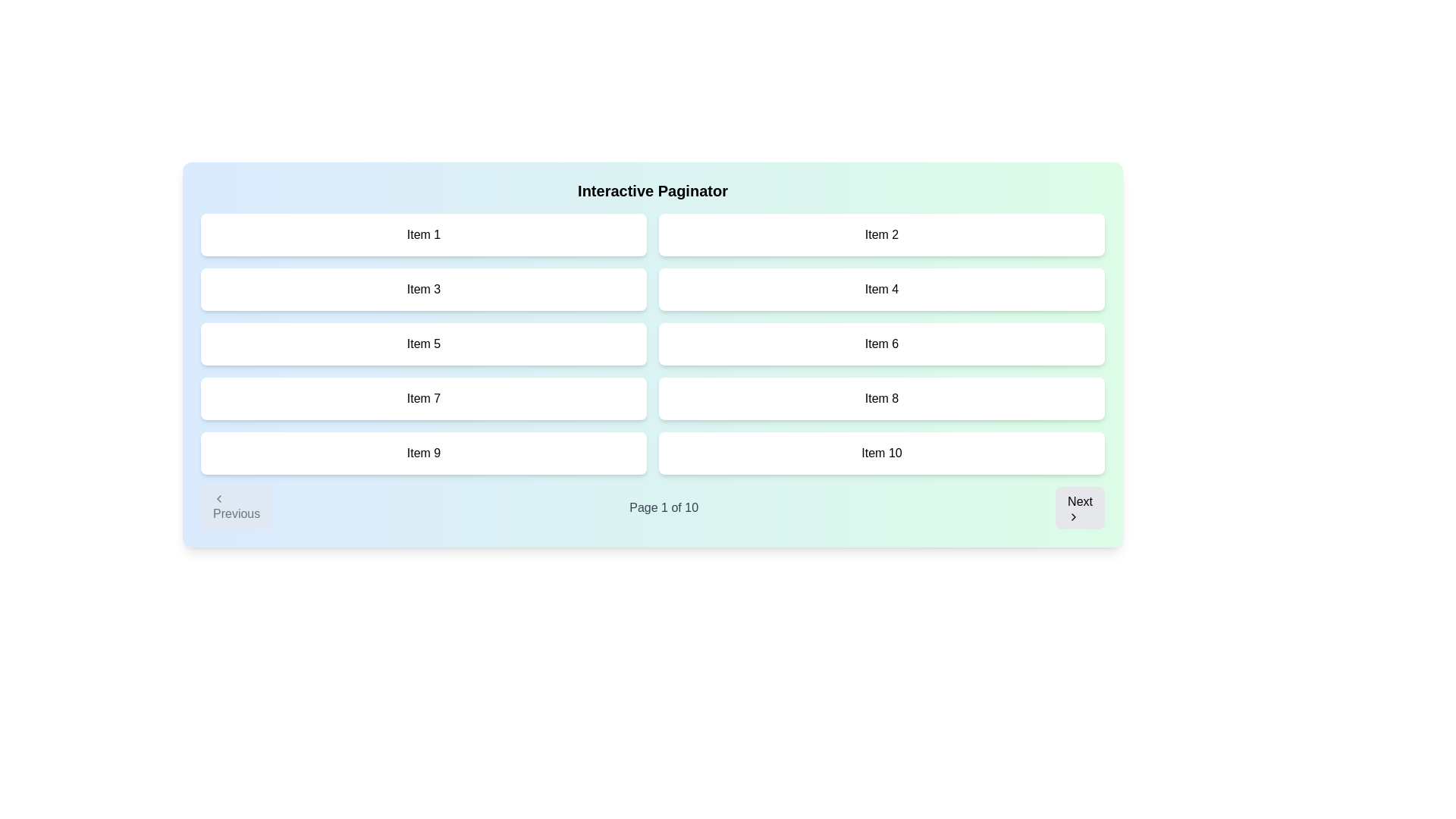 The image size is (1456, 819). What do you see at coordinates (423, 344) in the screenshot?
I see `the Text label displaying 'Item 5', which is located in the fifth box of a vertically aligned list on the left side of the interface` at bounding box center [423, 344].